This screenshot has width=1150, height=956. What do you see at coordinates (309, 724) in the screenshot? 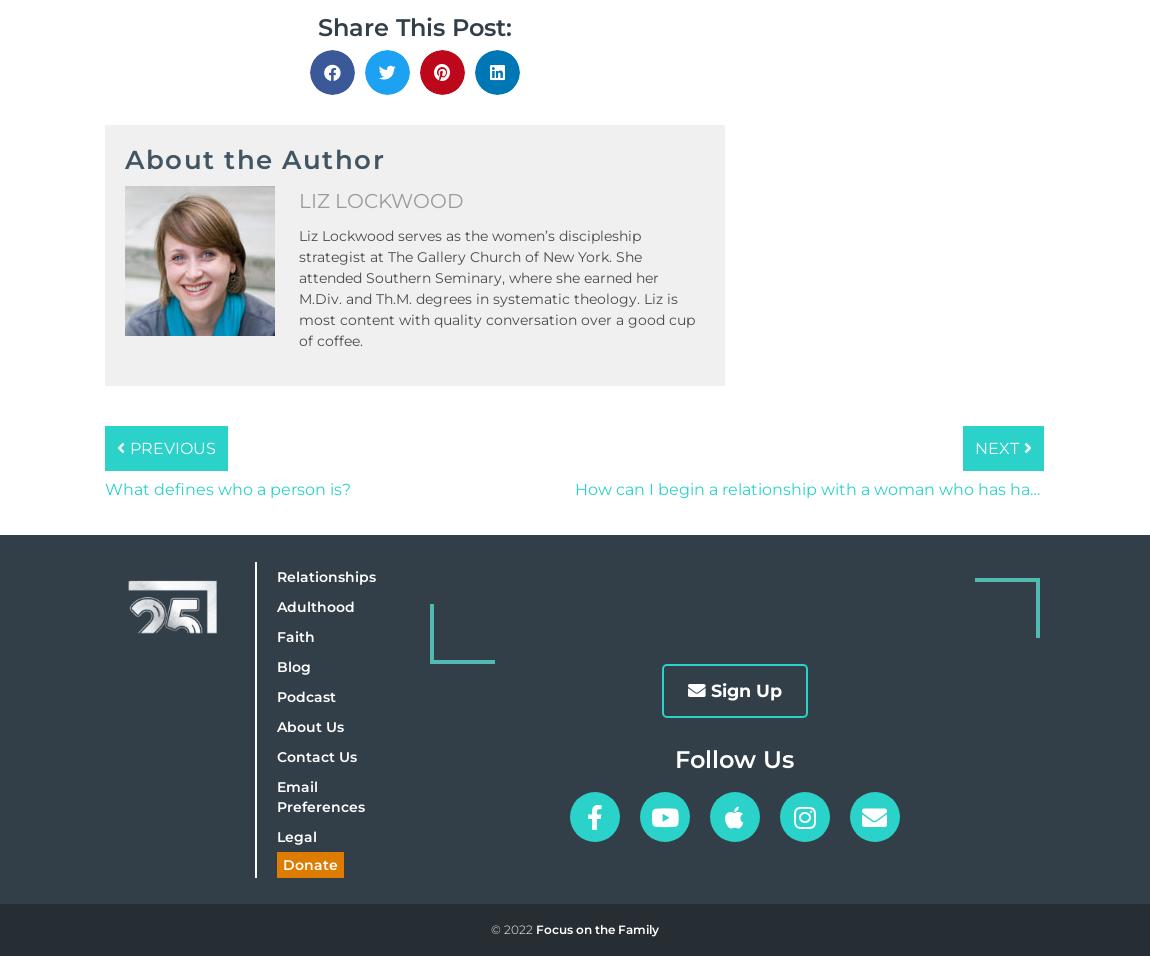
I see `'About Us'` at bounding box center [309, 724].